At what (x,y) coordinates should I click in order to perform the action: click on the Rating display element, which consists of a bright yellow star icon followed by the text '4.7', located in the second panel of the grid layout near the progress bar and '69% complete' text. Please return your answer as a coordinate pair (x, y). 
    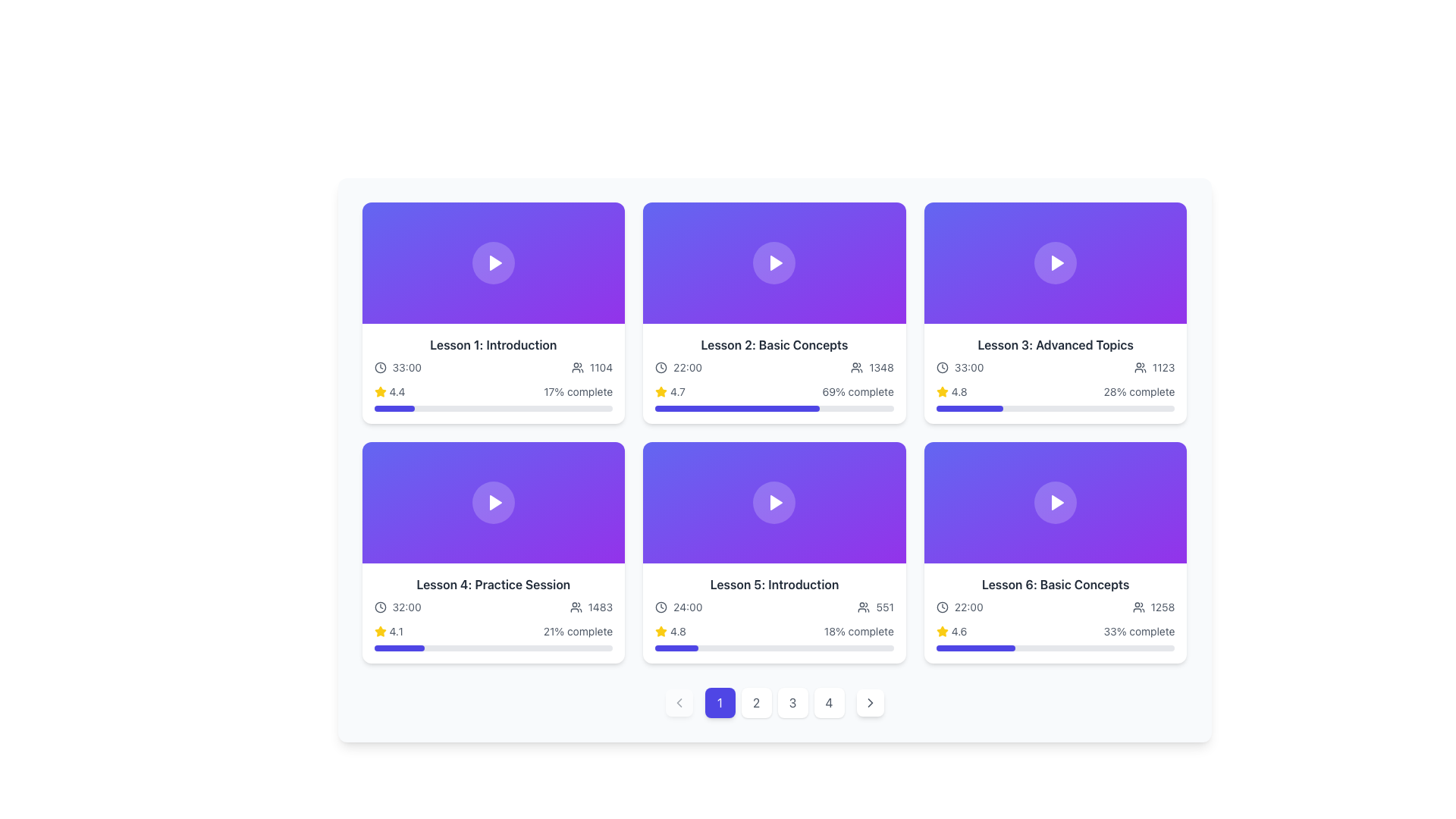
    Looking at the image, I should click on (669, 391).